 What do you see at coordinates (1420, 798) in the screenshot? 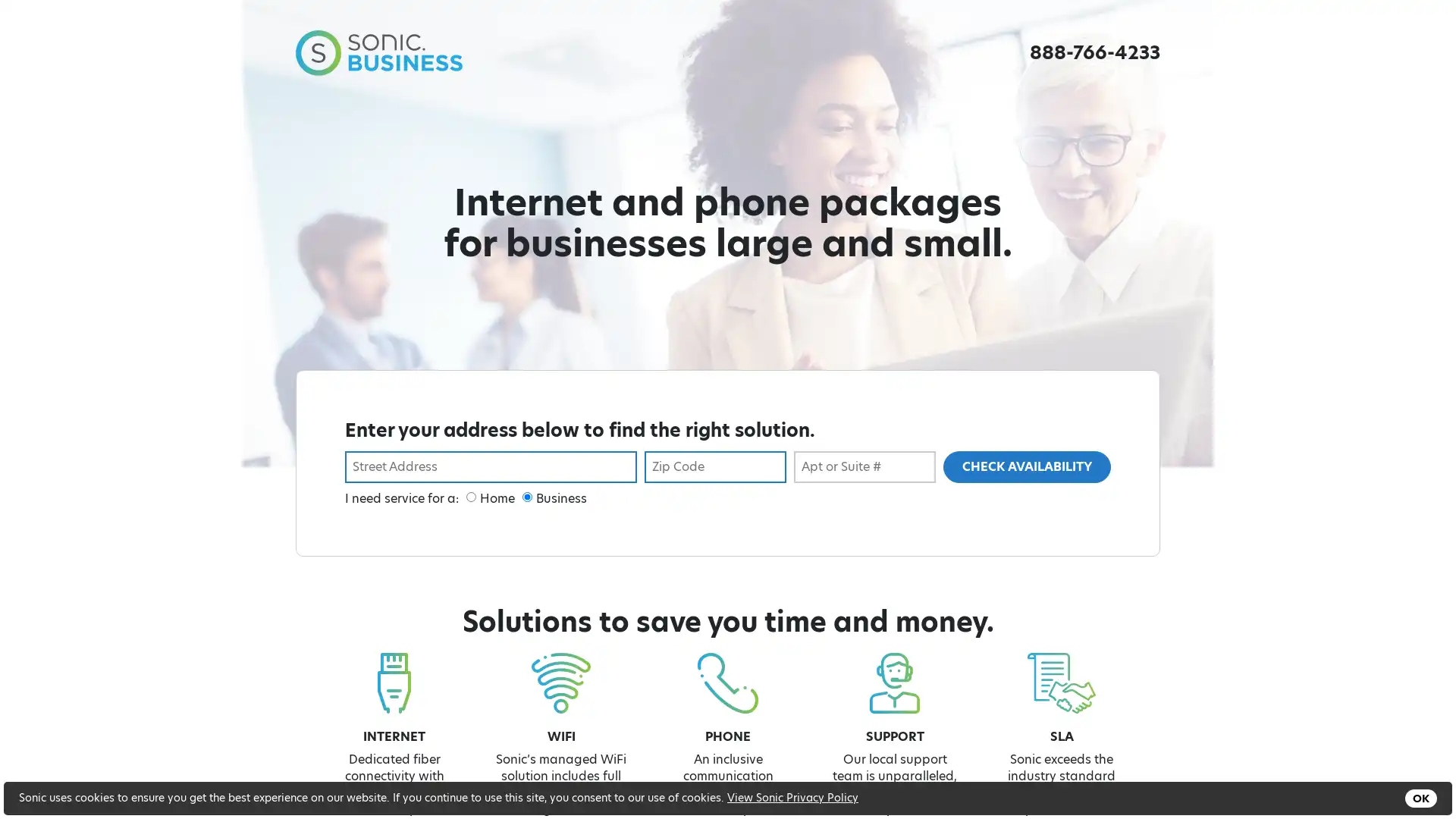
I see `OK` at bounding box center [1420, 798].